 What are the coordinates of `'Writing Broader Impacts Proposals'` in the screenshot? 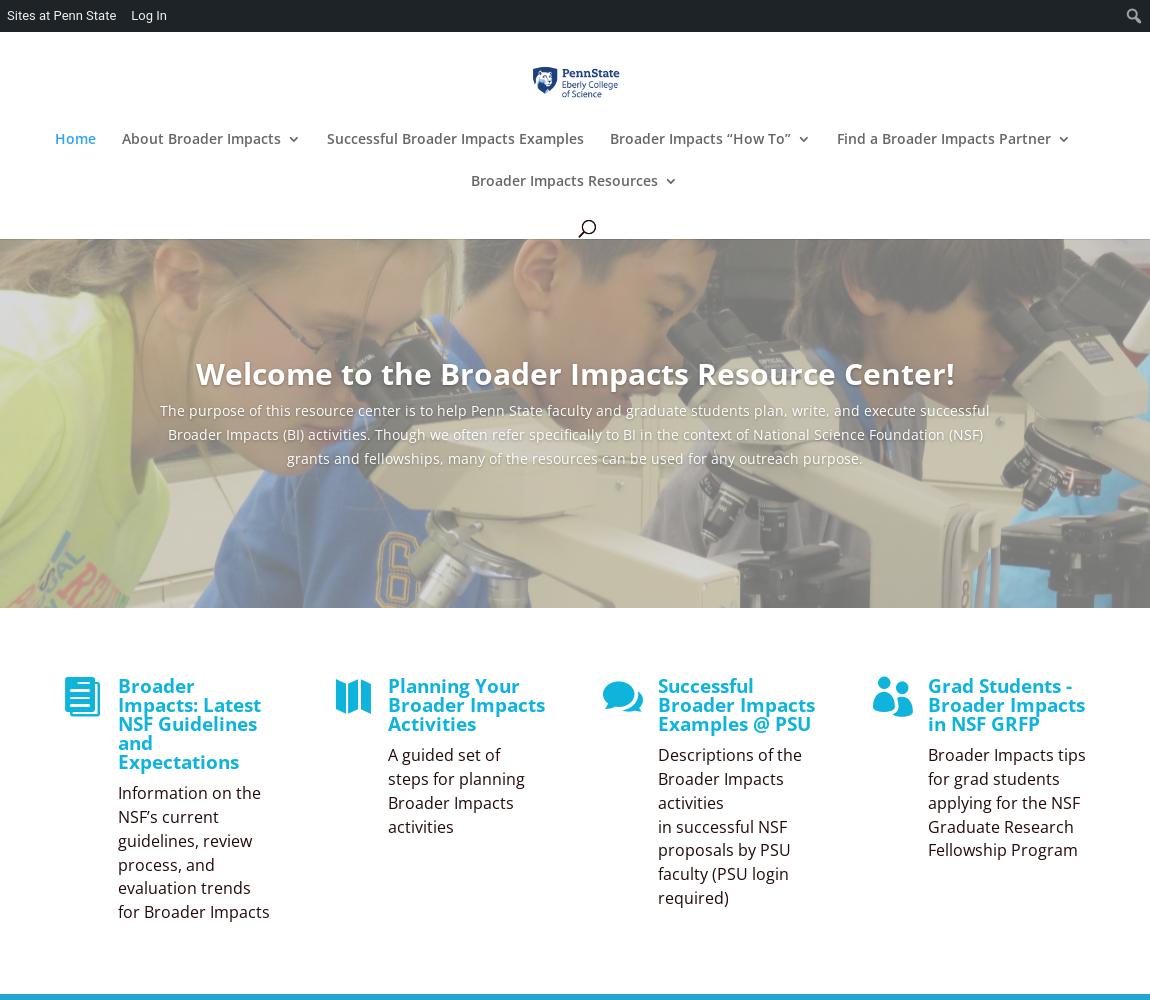 It's located at (712, 298).